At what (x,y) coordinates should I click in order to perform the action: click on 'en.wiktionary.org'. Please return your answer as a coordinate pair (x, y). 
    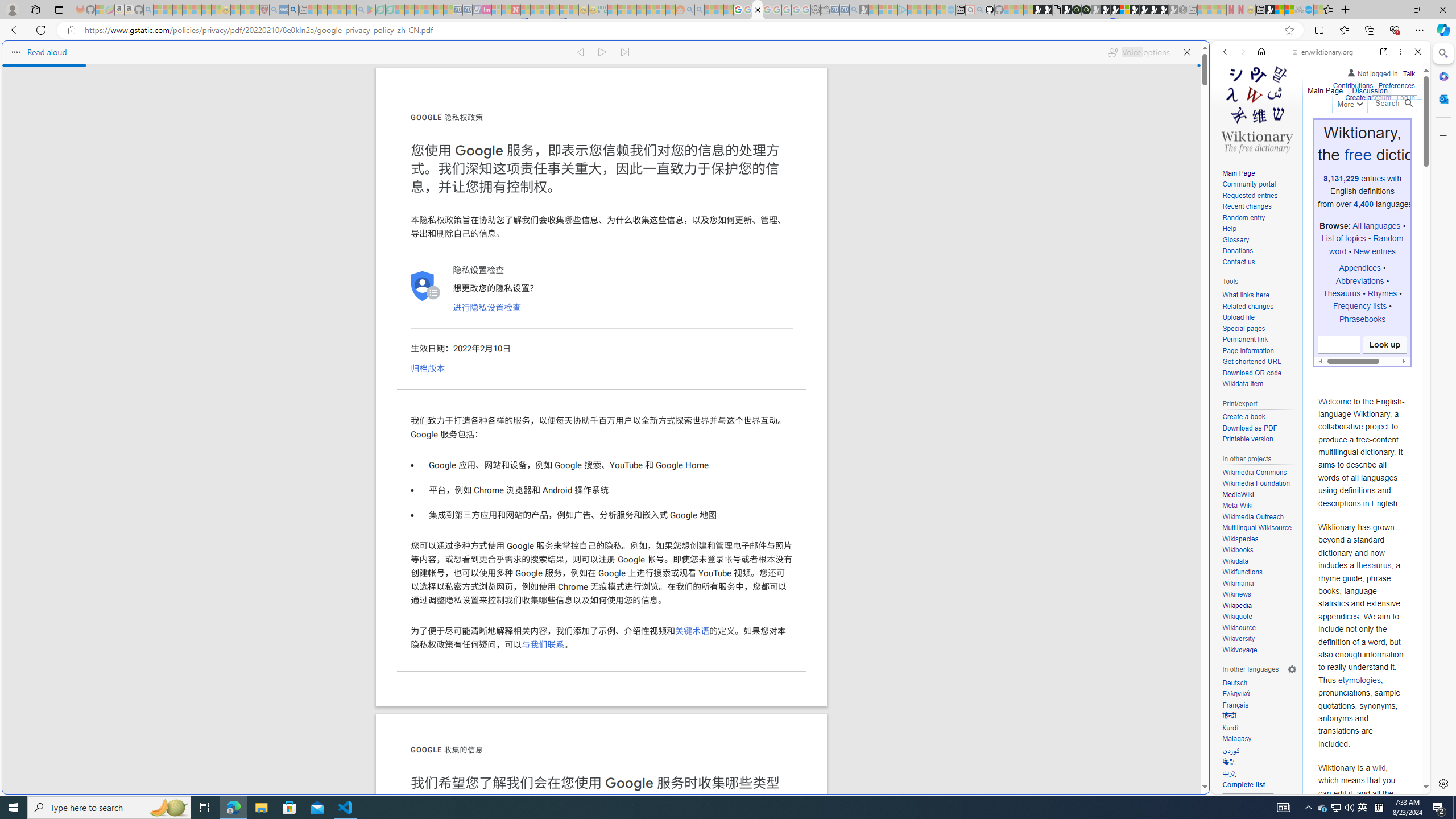
    Looking at the image, I should click on (1323, 52).